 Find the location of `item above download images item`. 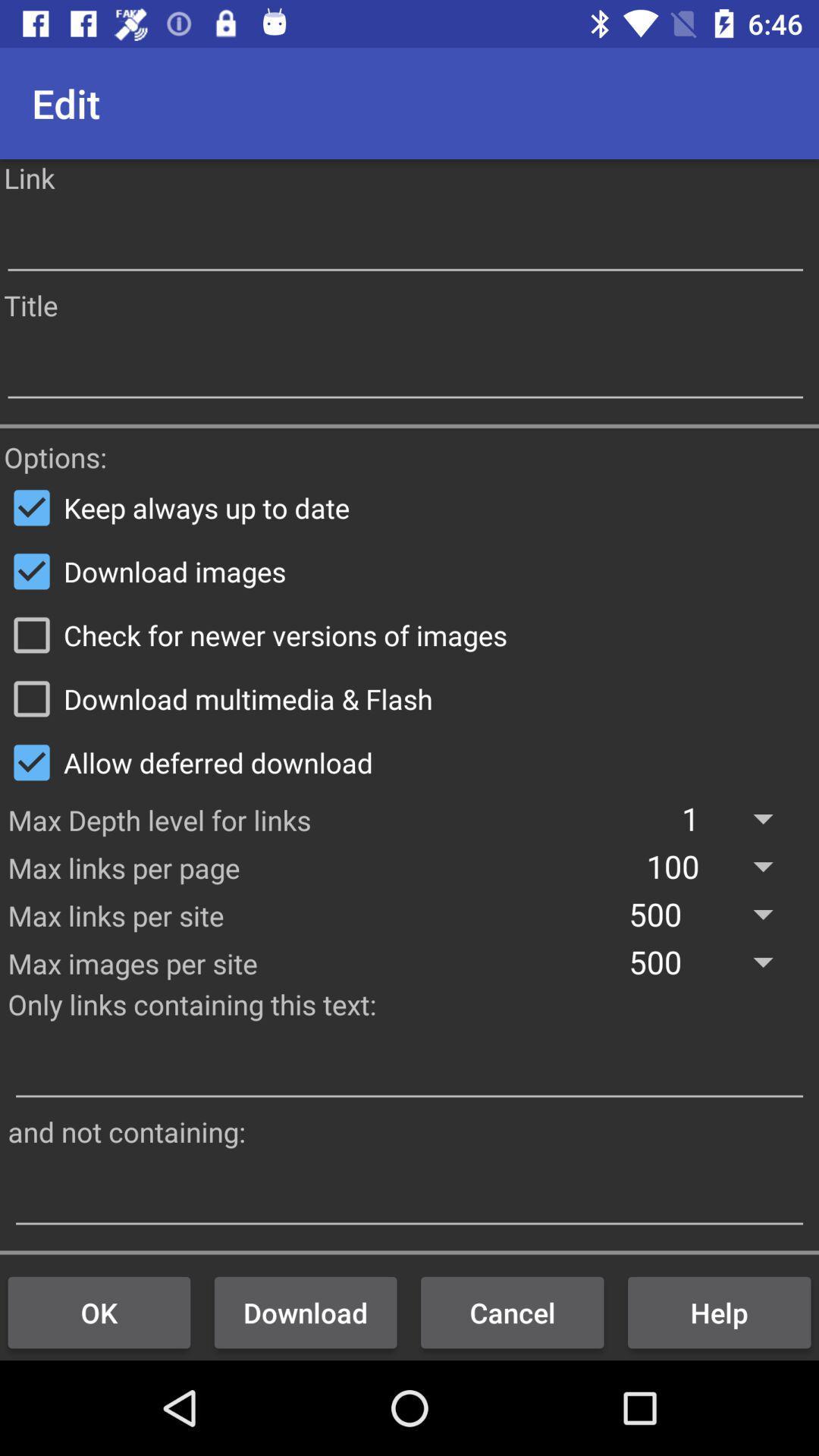

item above download images item is located at coordinates (409, 507).